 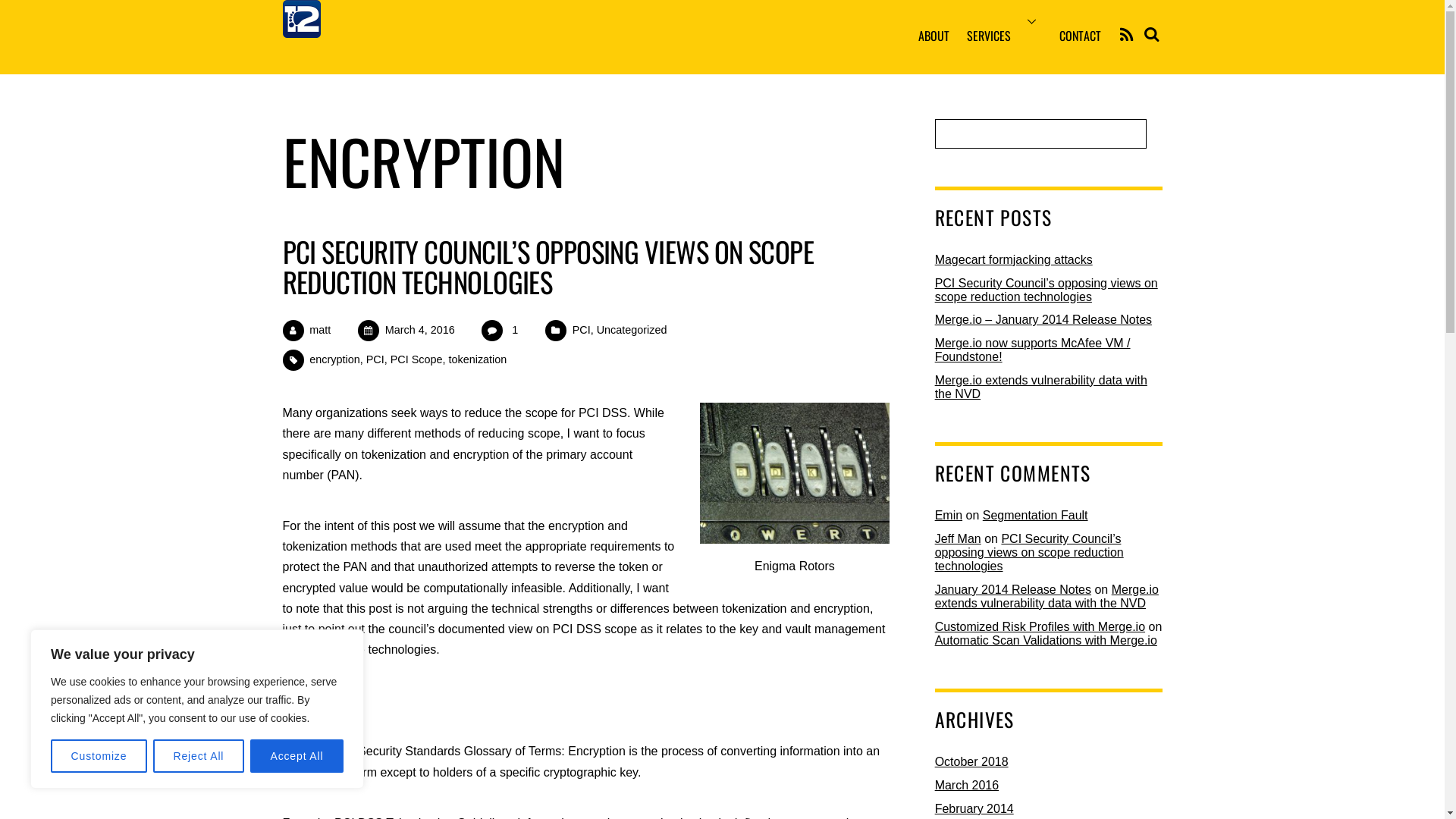 I want to click on 'ABOUT', so click(x=932, y=36).